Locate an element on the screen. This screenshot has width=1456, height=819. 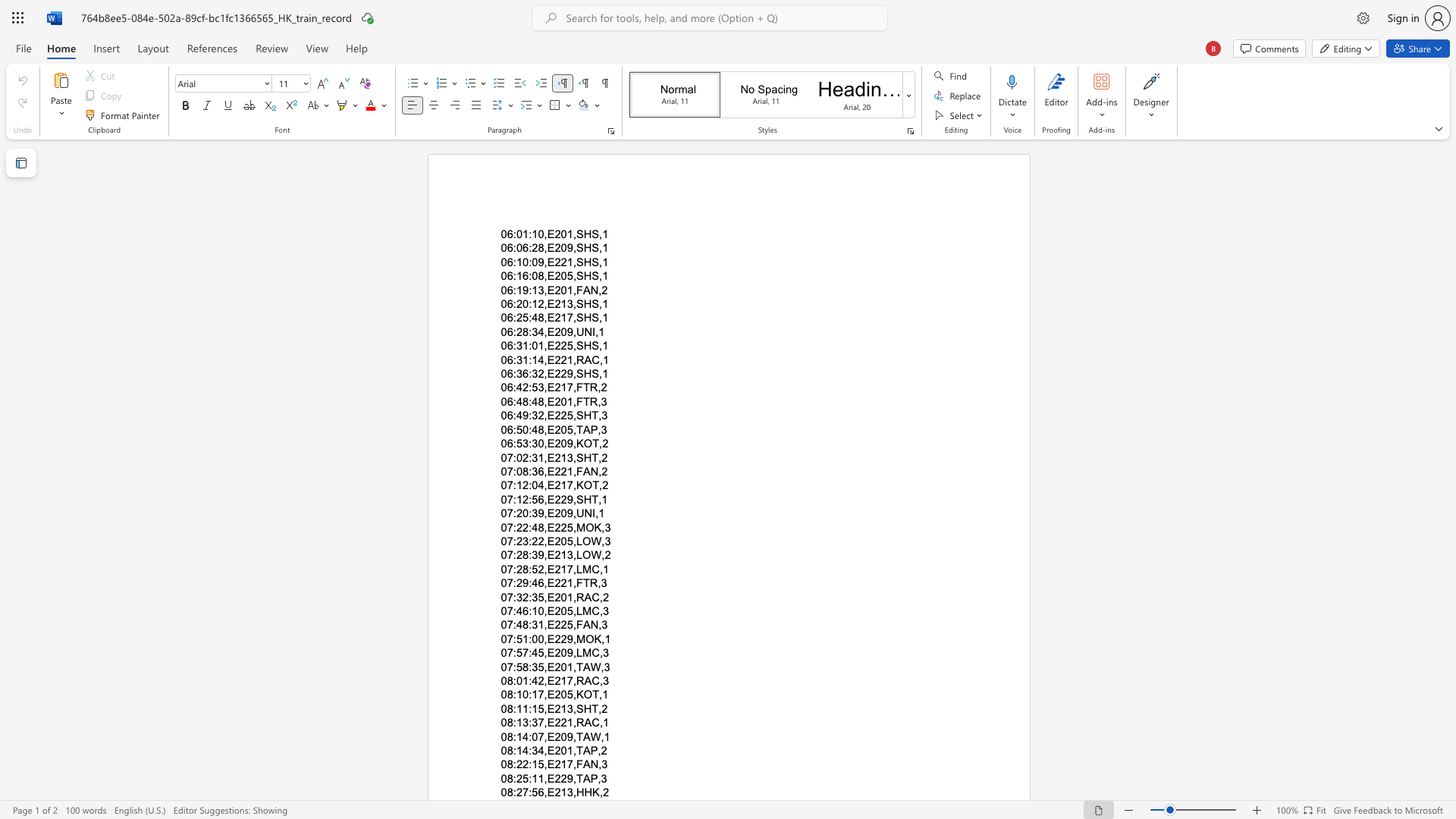
the space between the continuous character "6" and ":" in the text is located at coordinates (512, 387).